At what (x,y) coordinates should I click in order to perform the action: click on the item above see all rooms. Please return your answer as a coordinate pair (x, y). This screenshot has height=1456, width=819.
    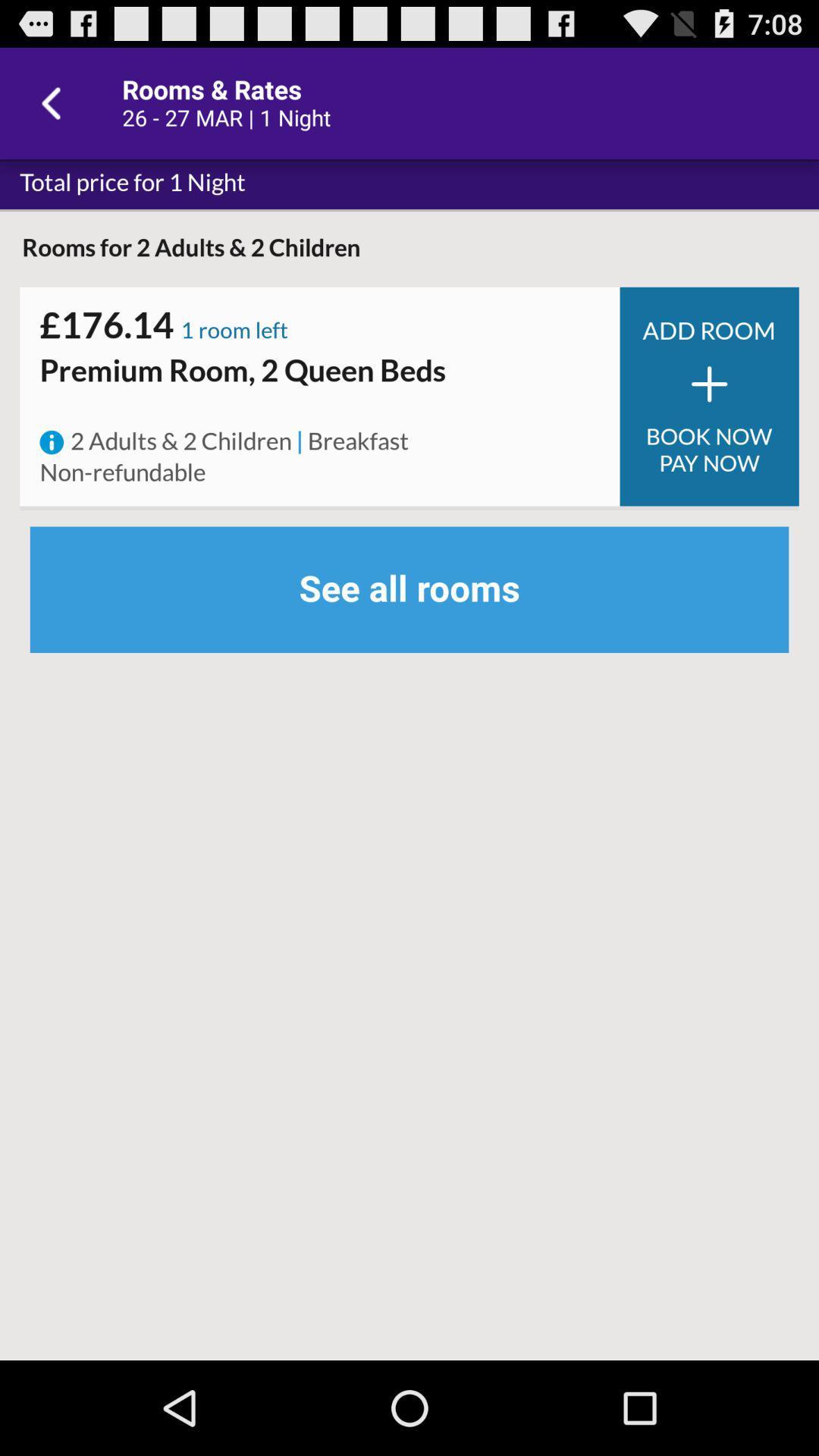
    Looking at the image, I should click on (358, 441).